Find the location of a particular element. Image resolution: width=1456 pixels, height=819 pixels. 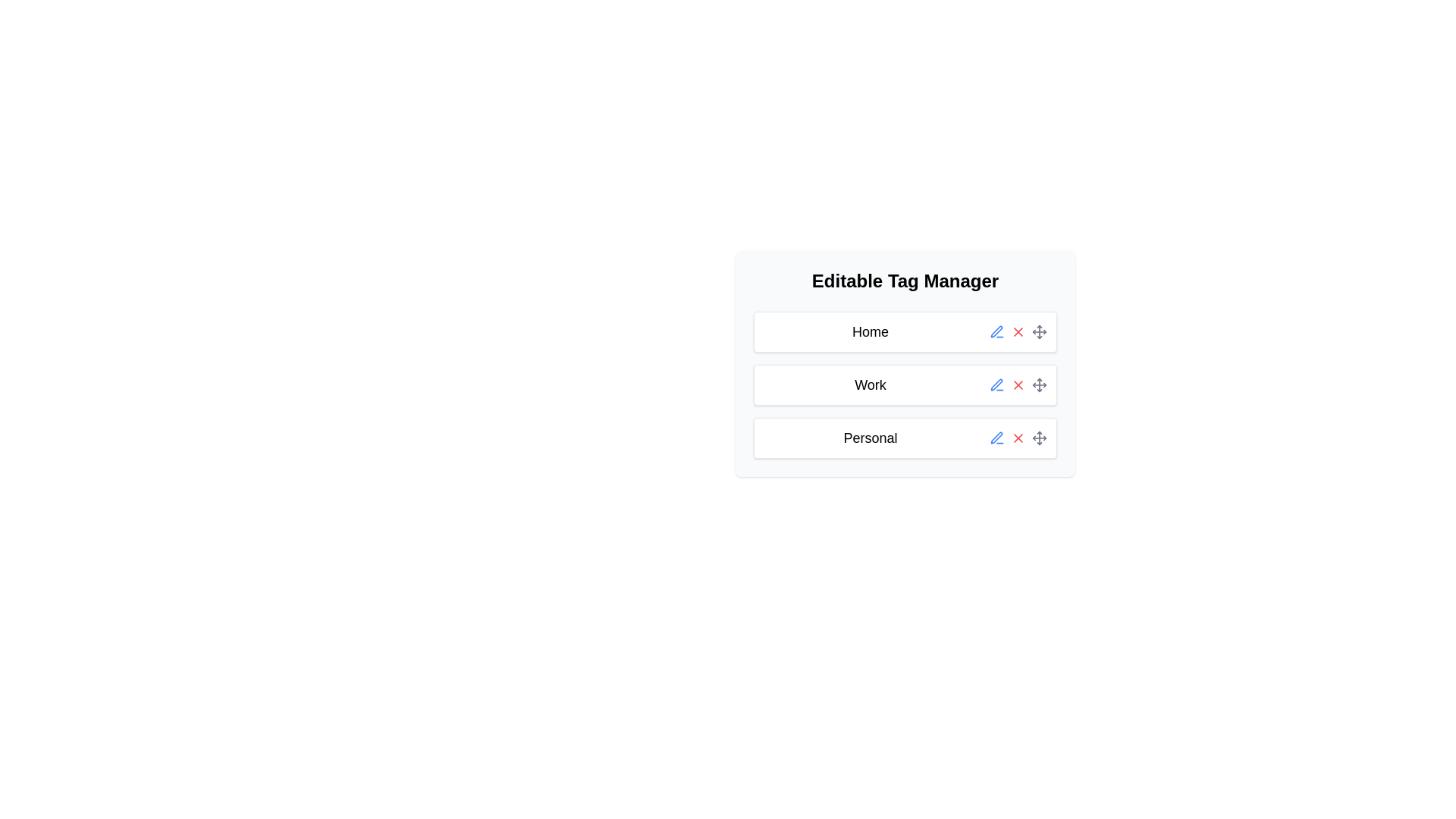

the Move icon located at the right side of the list item labeled 'Work' is located at coordinates (1039, 384).